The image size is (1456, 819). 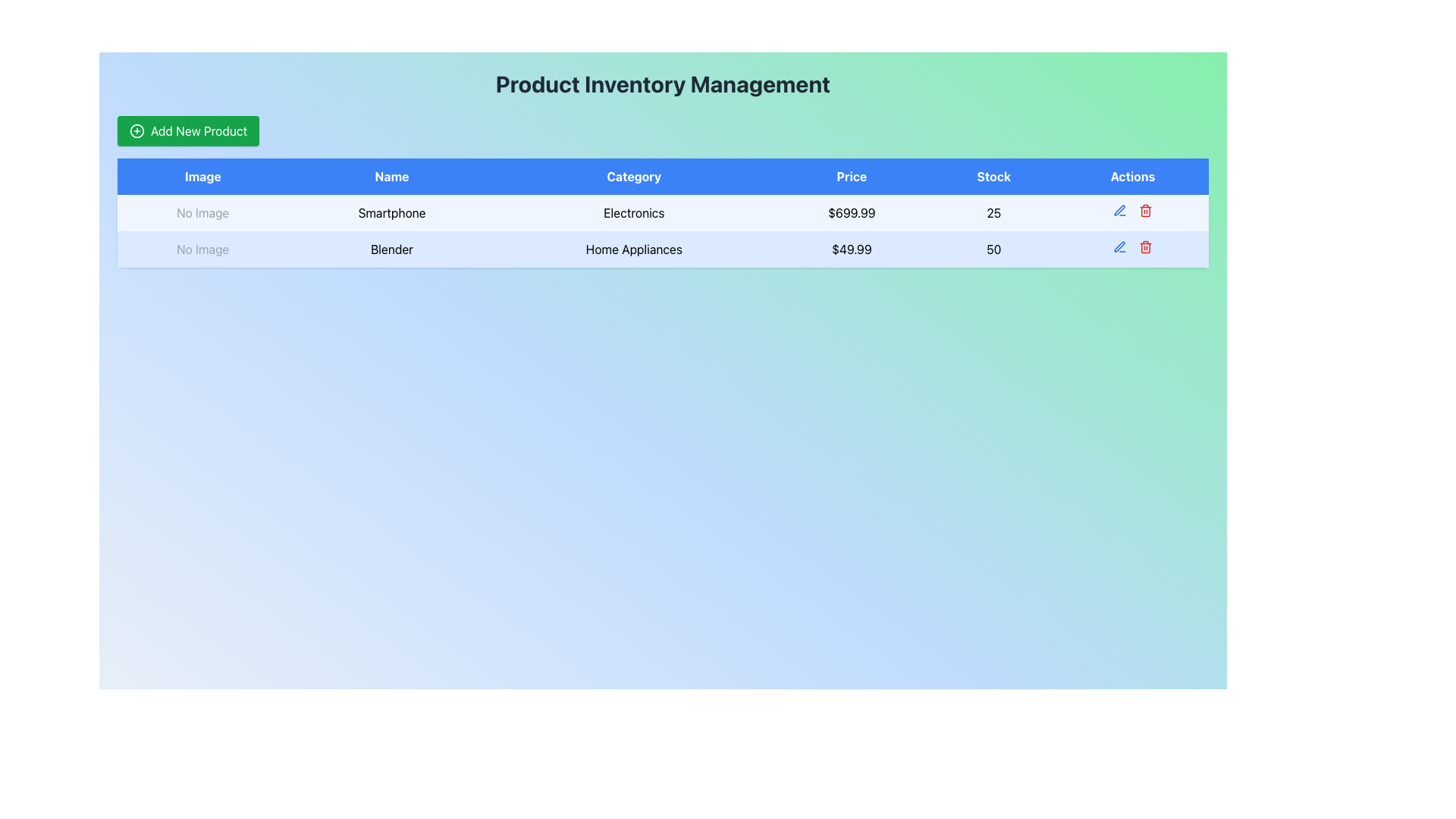 What do you see at coordinates (202, 213) in the screenshot?
I see `the non-interactive text label indicating the absence of an image for the 'Smartphone' product in the first cell of the 'Image' column` at bounding box center [202, 213].